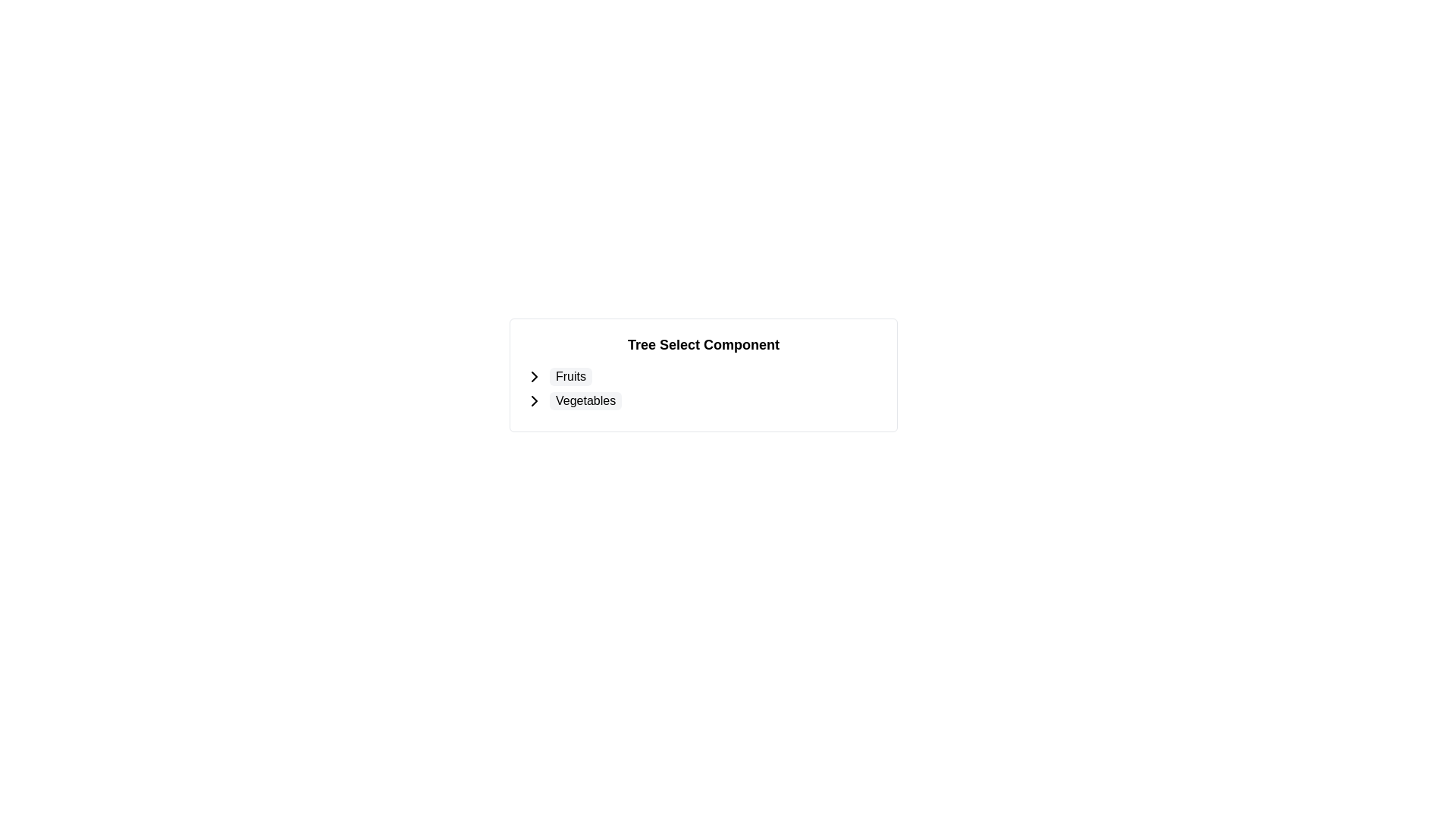 This screenshot has height=819, width=1456. I want to click on the third selectable list item labeled 'Fruits' under the 'Tree Select Component' heading, so click(570, 376).